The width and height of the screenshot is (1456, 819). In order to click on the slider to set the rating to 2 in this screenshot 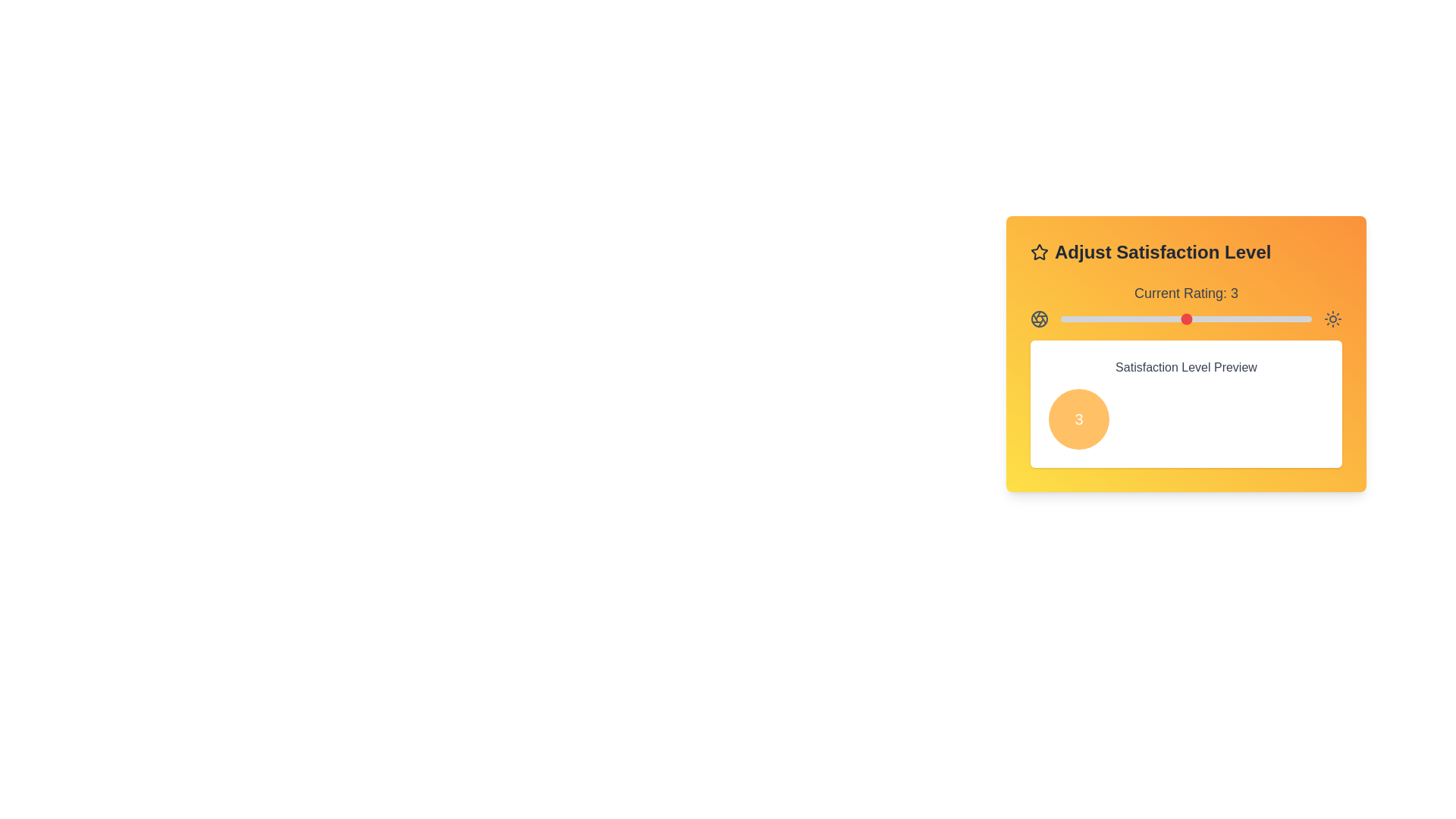, I will do `click(1123, 318)`.